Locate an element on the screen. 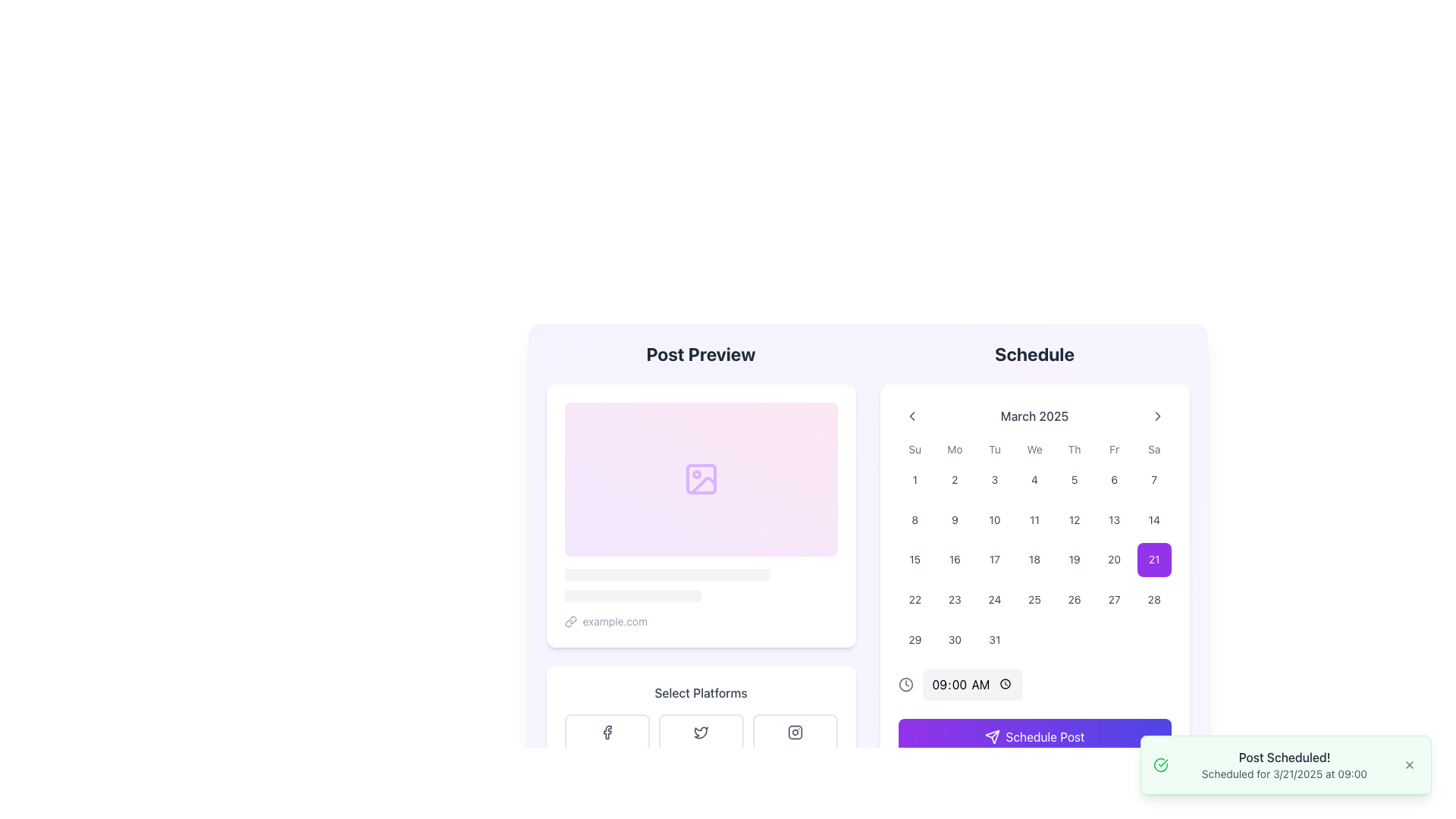 The width and height of the screenshot is (1456, 819). the Twitter icon button is located at coordinates (700, 731).